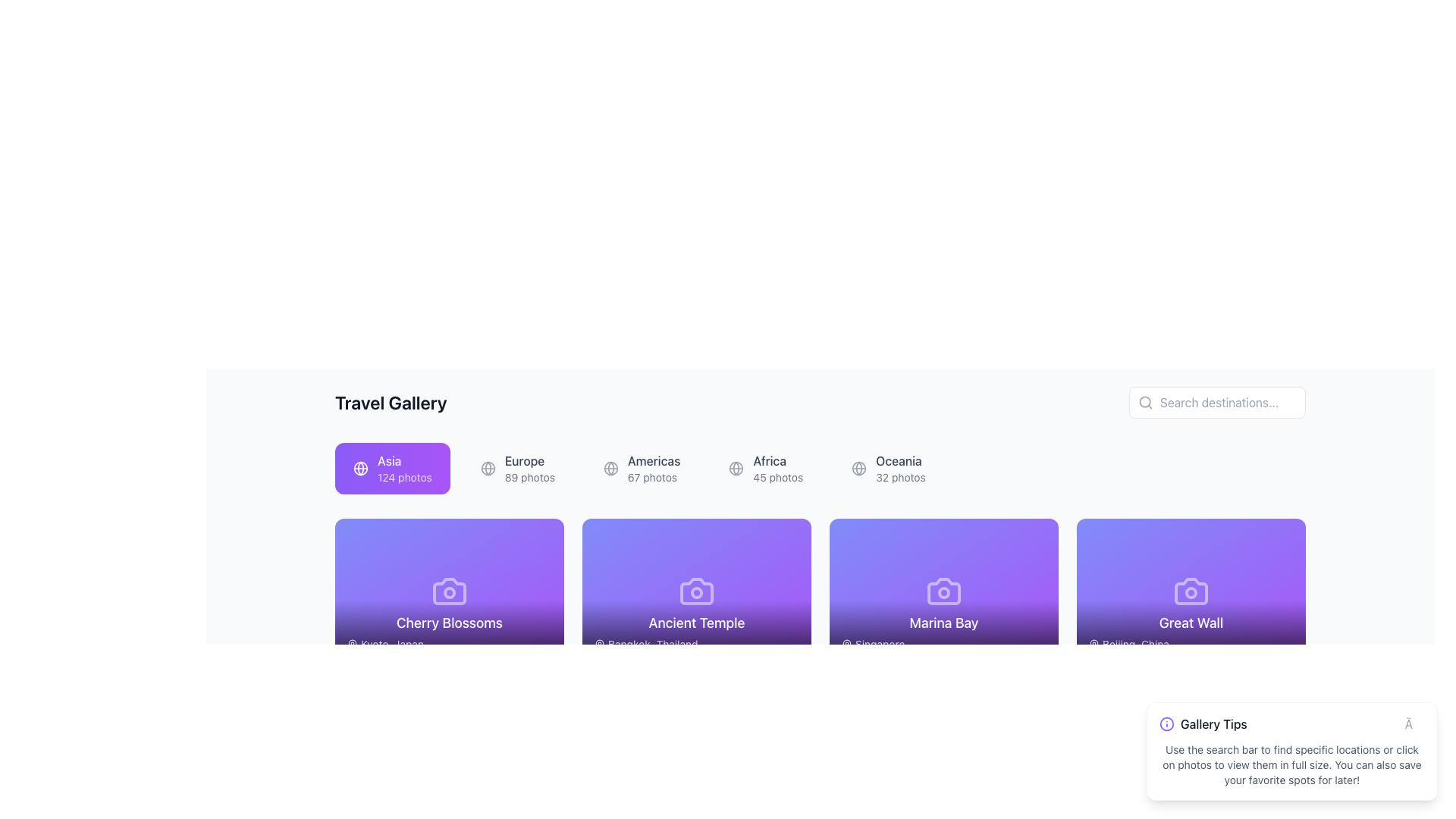 The image size is (1456, 819). I want to click on the circular decorative element of the camera icon located at the center of the 'Cherry Blossoms' card, so click(449, 592).